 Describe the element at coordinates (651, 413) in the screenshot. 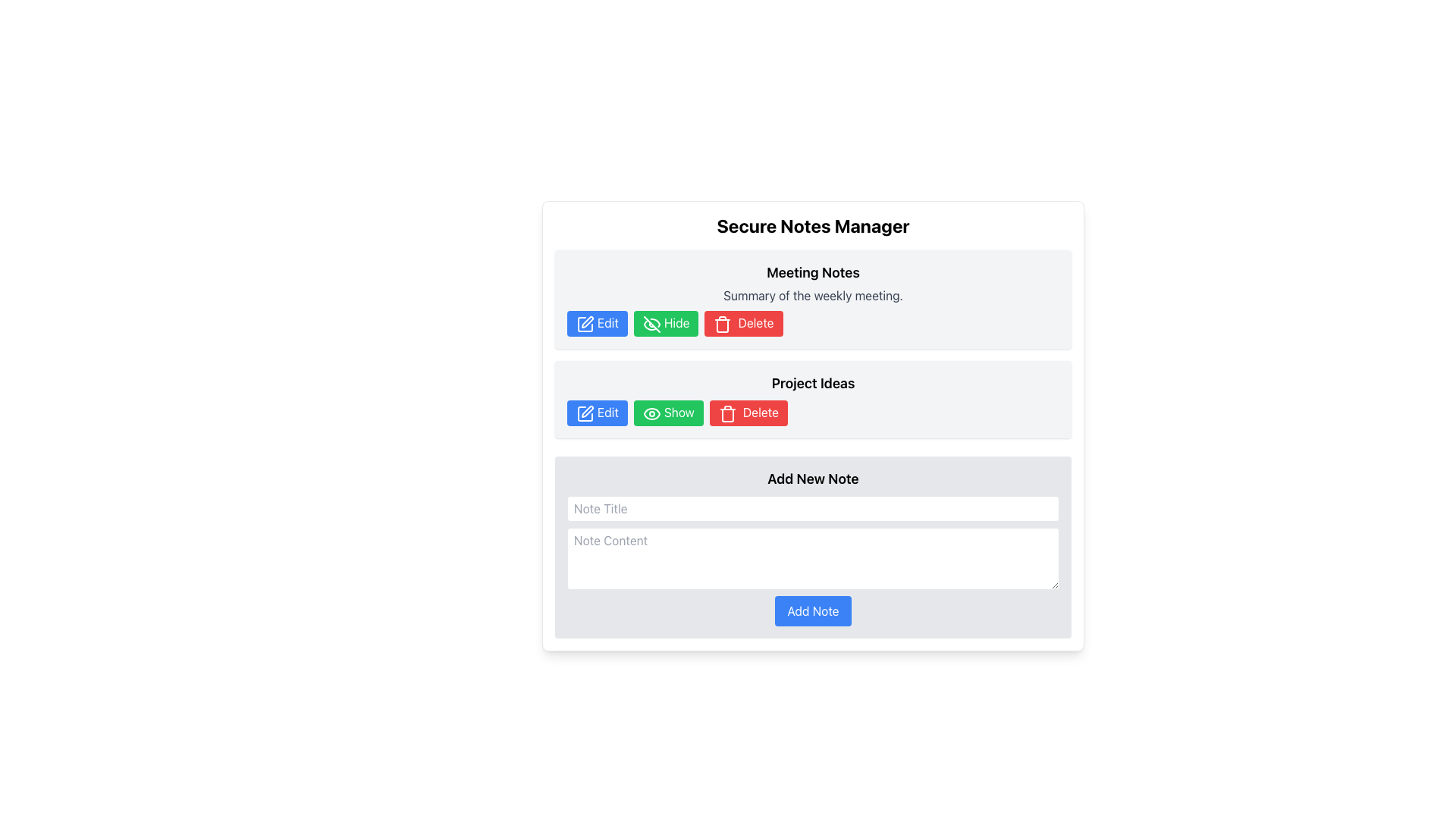

I see `the outer elliptical curve of the eye icon, which signifies the 'Show' functionality in the 'Project Ideas' section's second action button` at that location.